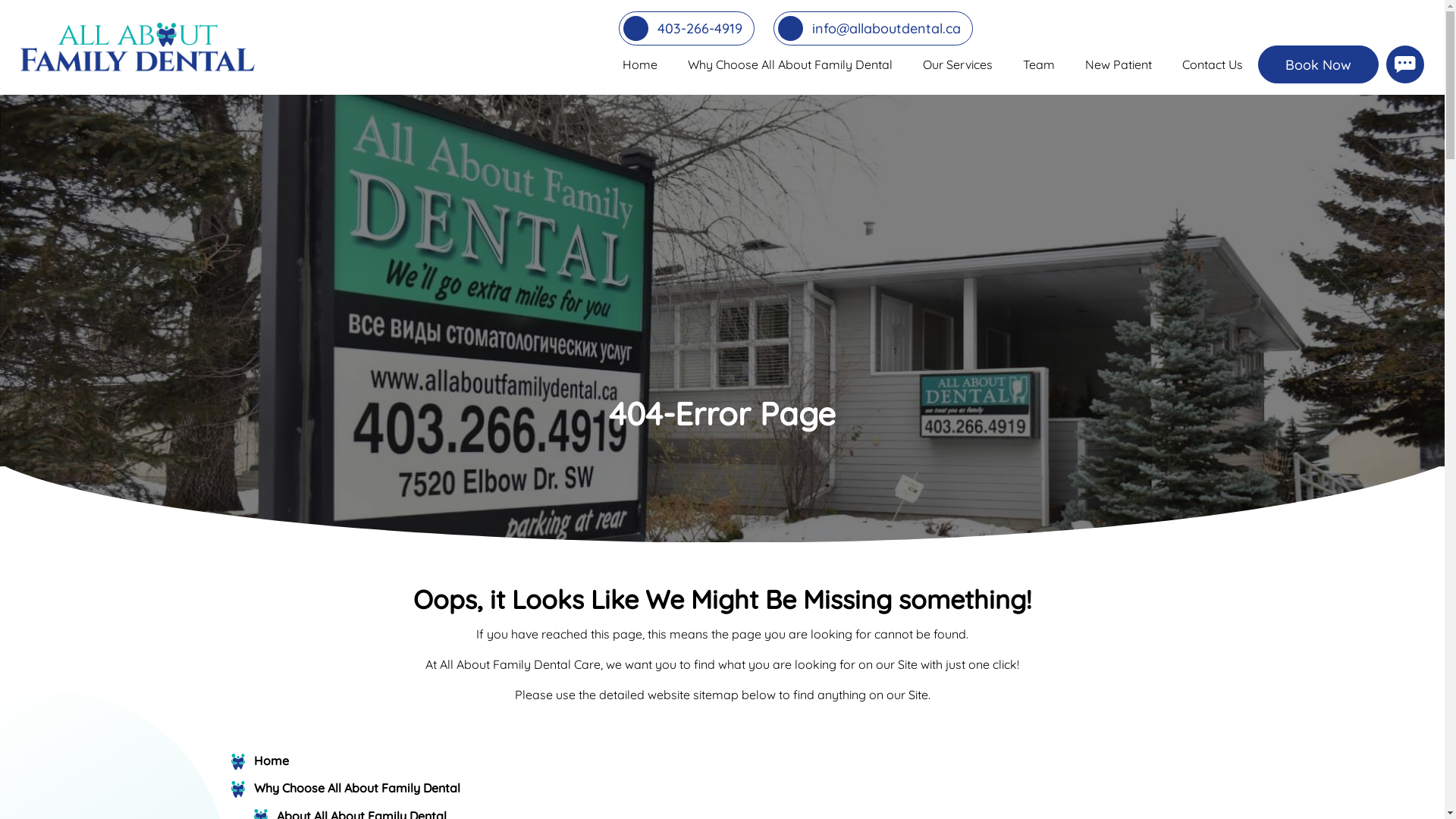 The height and width of the screenshot is (819, 1456). I want to click on 'Home', so click(640, 63).